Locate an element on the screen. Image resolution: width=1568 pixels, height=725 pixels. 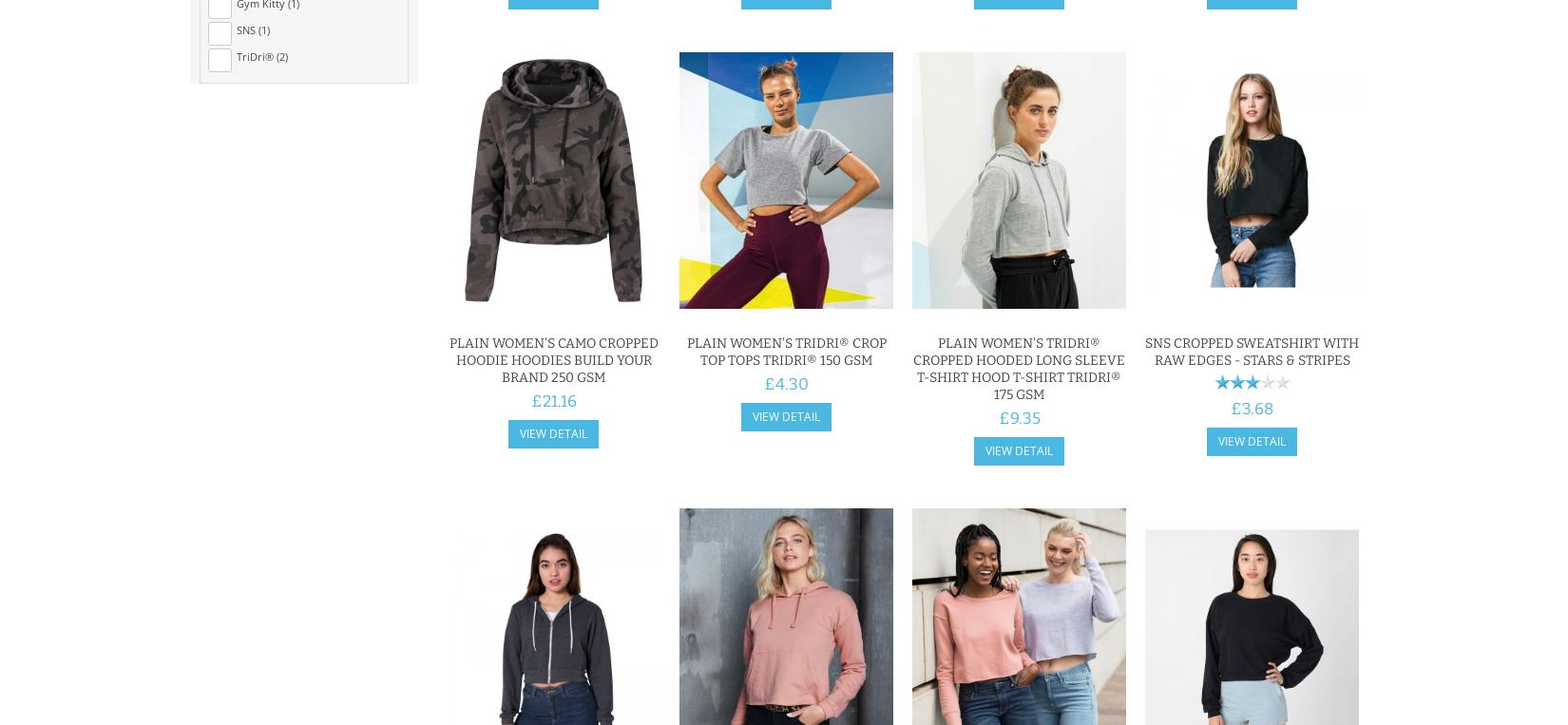
'Mulberry (2)' is located at coordinates (266, 195).